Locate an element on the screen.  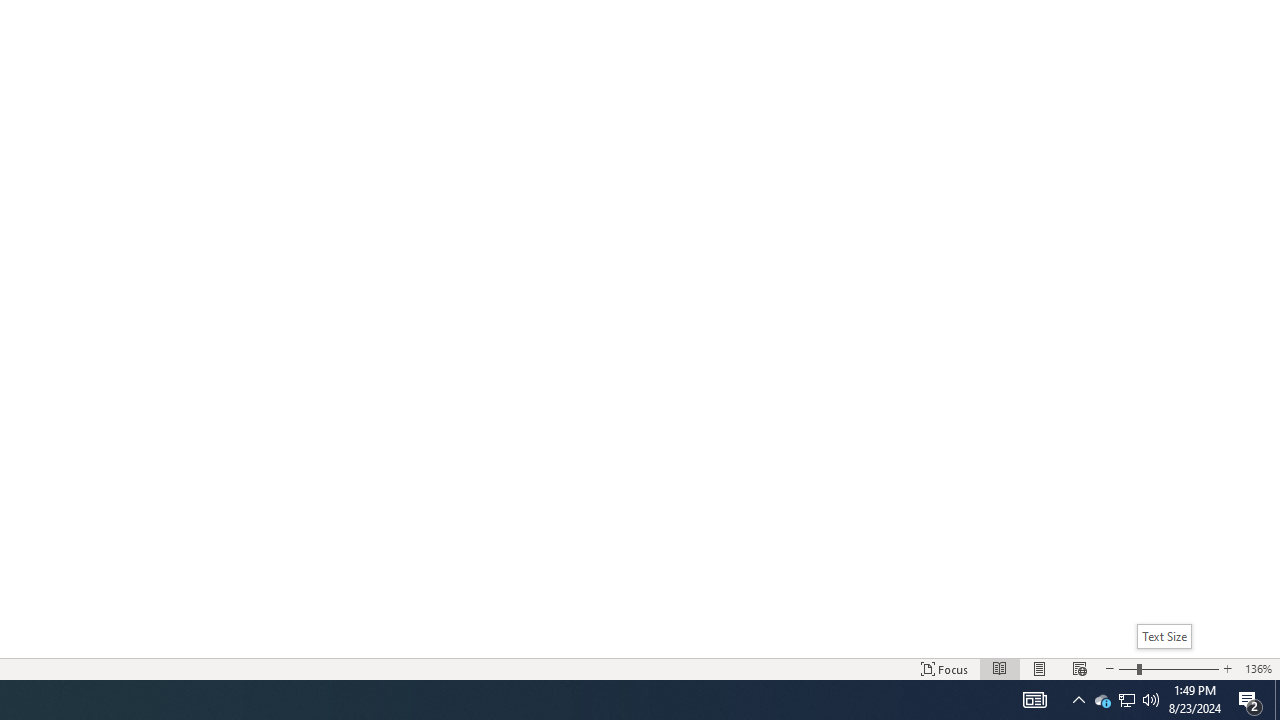
'Zoom In' is located at coordinates (1180, 669).